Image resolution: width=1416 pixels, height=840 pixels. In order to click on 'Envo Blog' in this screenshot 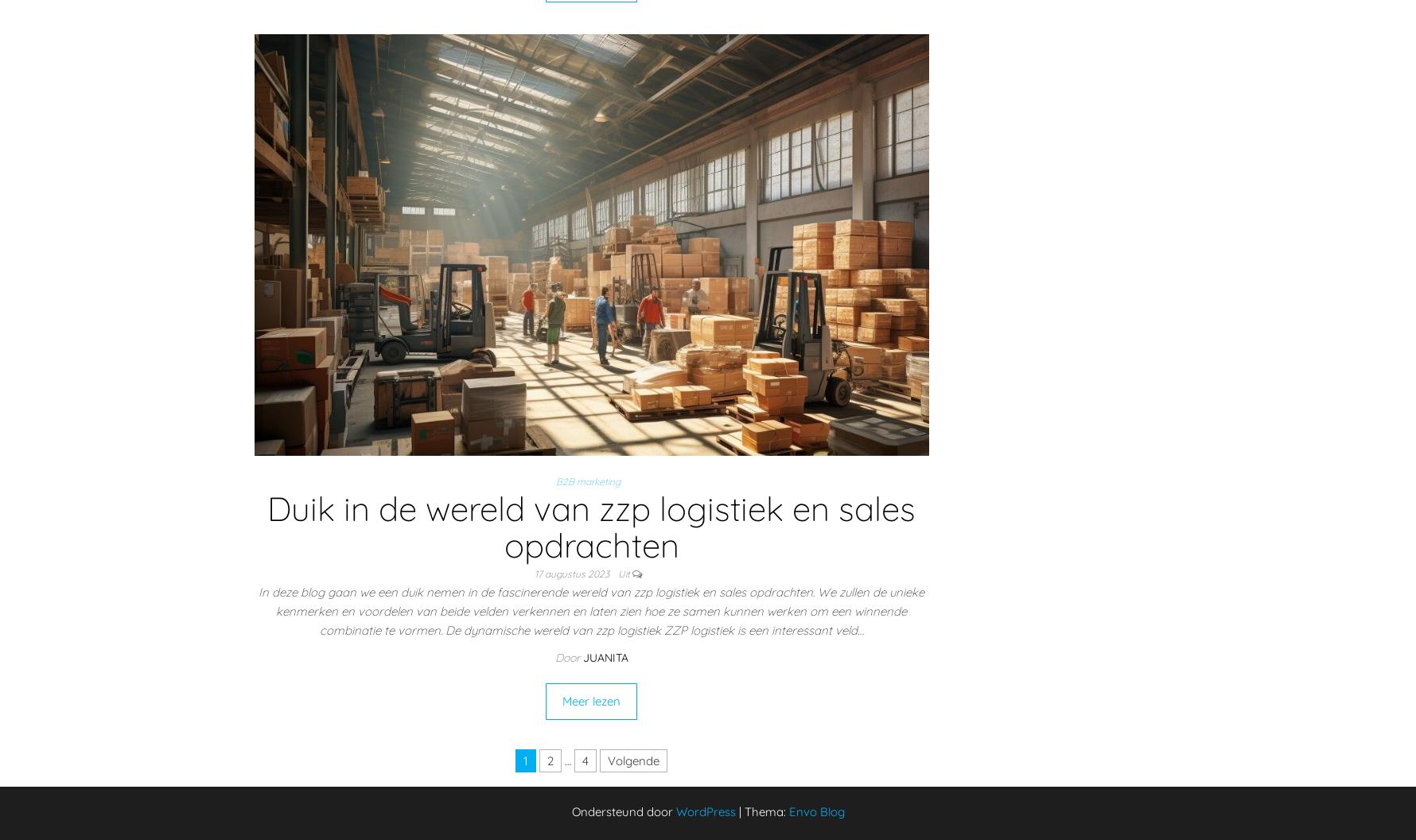, I will do `click(815, 811)`.